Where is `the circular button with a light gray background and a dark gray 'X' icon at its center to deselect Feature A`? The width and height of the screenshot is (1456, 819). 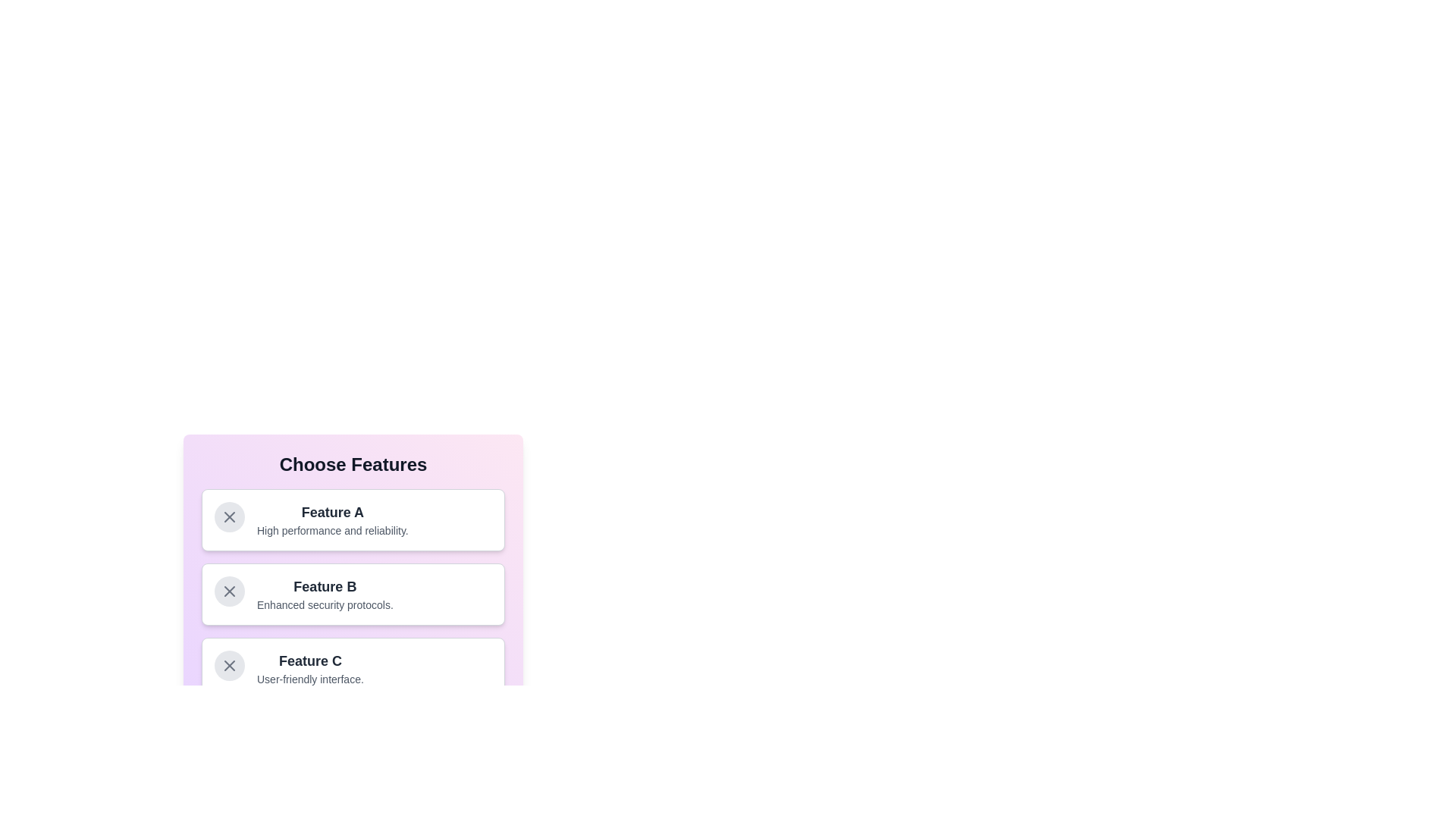
the circular button with a light gray background and a dark gray 'X' icon at its center to deselect Feature A is located at coordinates (228, 516).